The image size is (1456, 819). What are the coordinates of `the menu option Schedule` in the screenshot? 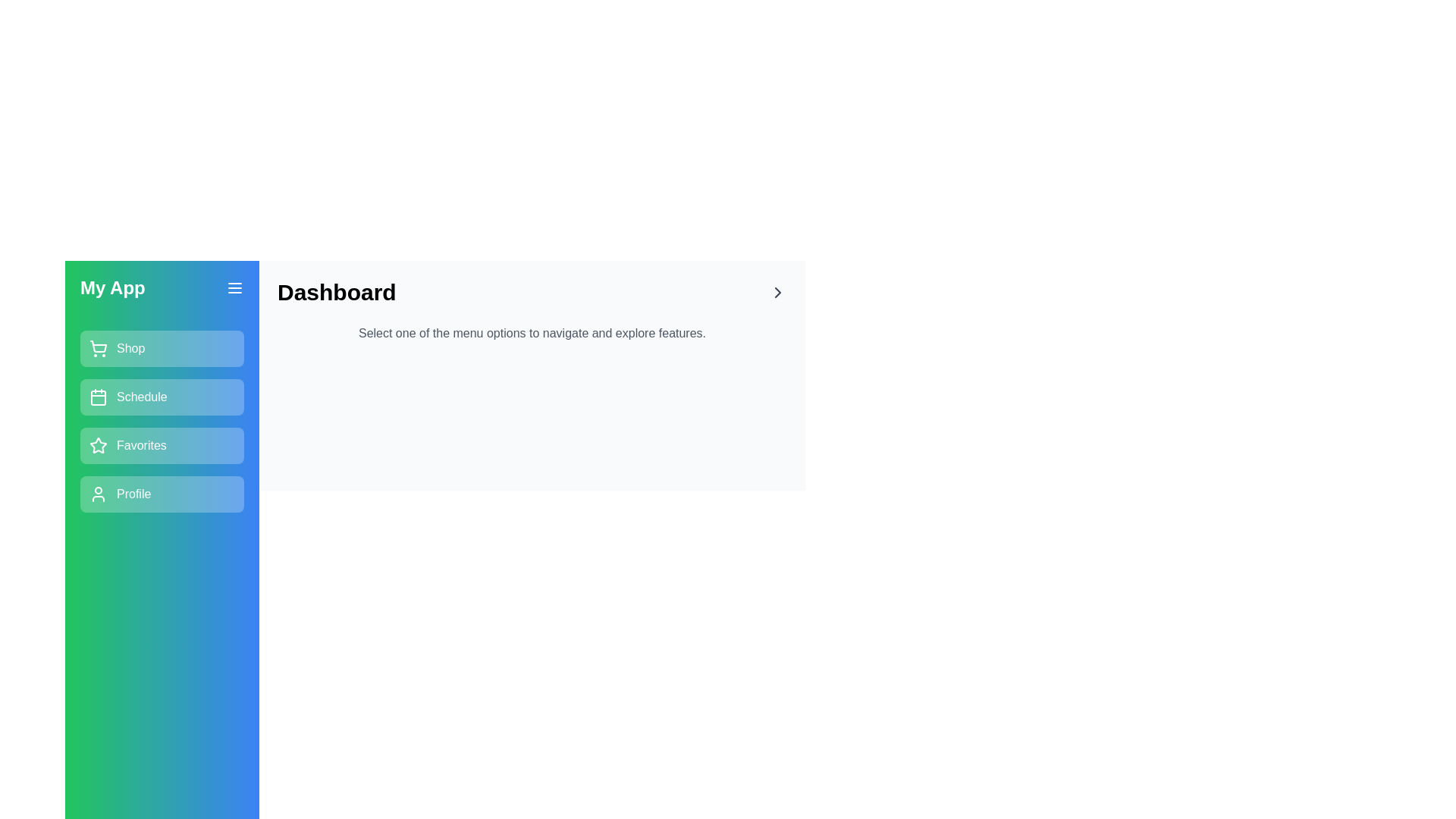 It's located at (162, 397).